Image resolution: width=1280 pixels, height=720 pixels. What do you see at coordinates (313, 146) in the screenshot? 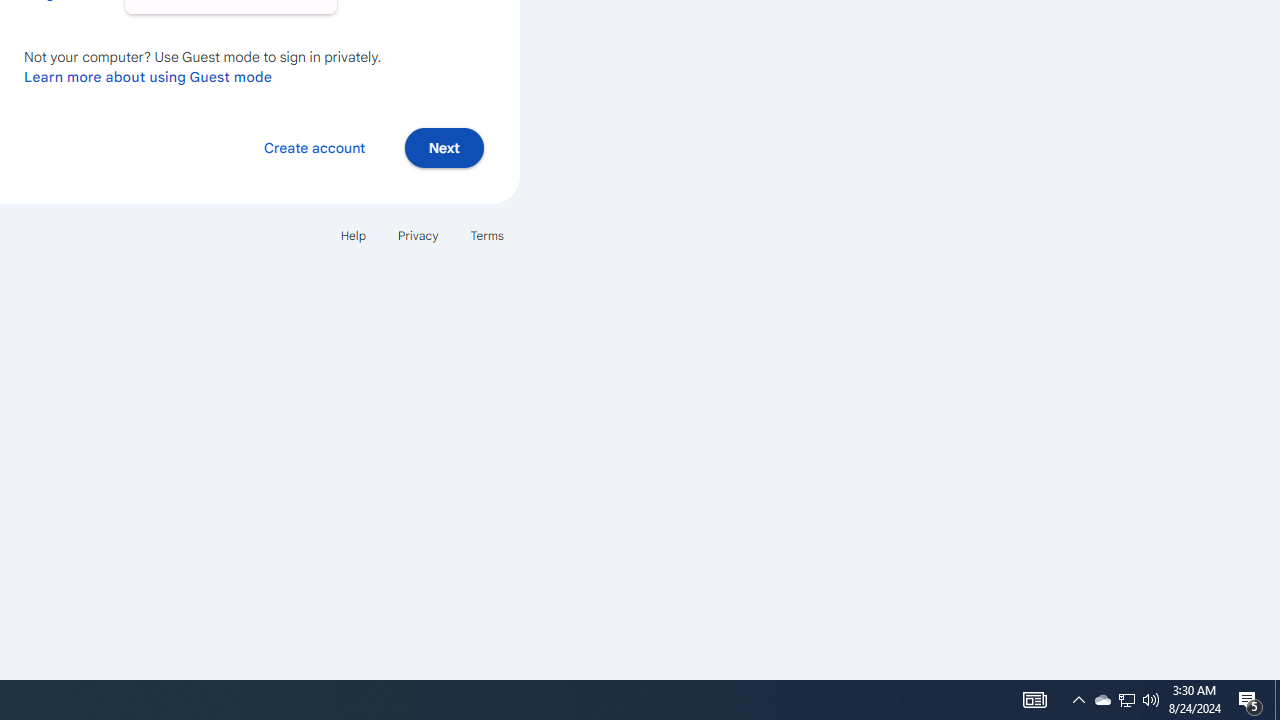
I see `'Create account'` at bounding box center [313, 146].